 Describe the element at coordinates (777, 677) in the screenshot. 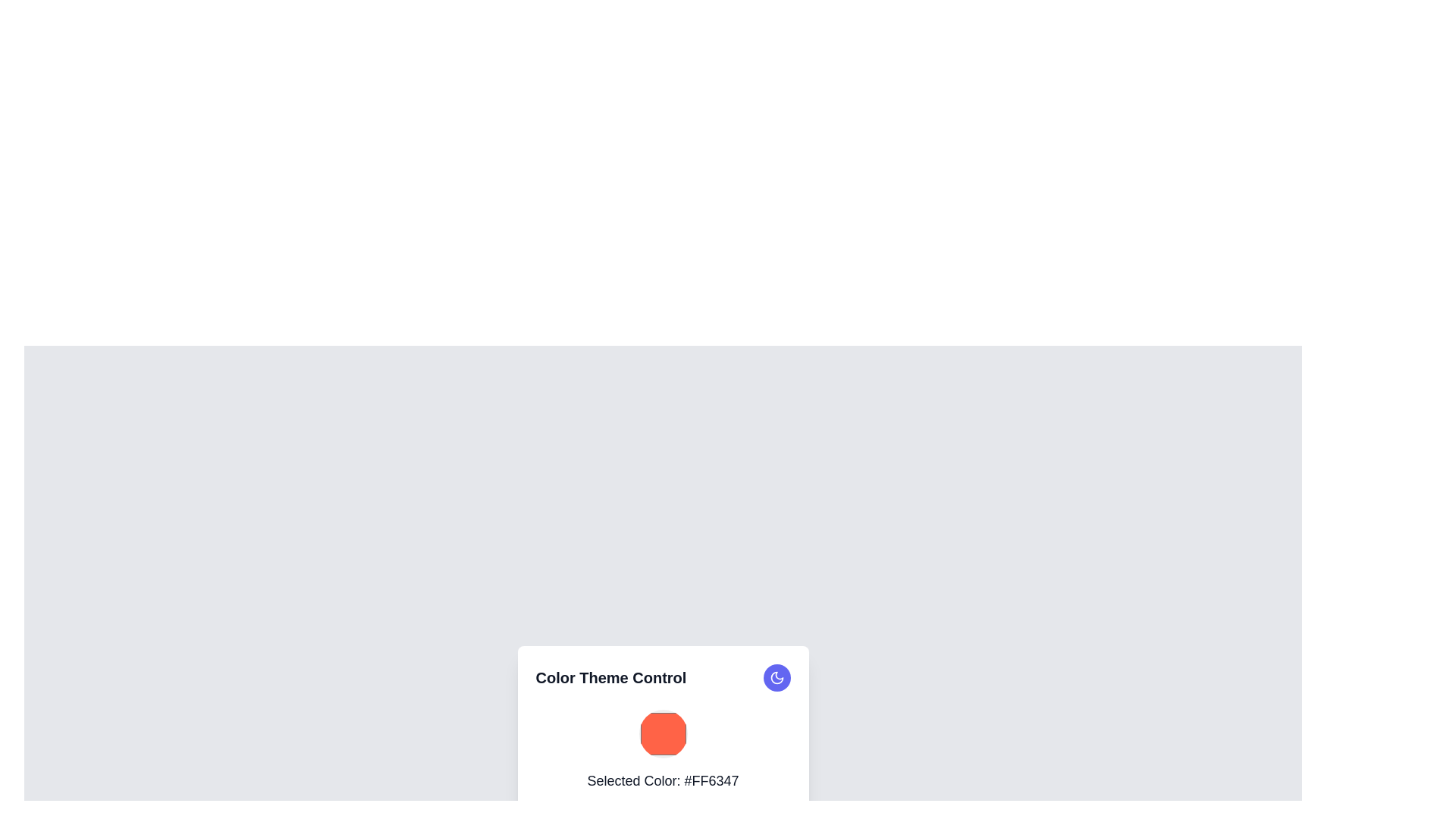

I see `the theme toggle icon located in the top-right corner of the 'Color Theme Control' card` at that location.